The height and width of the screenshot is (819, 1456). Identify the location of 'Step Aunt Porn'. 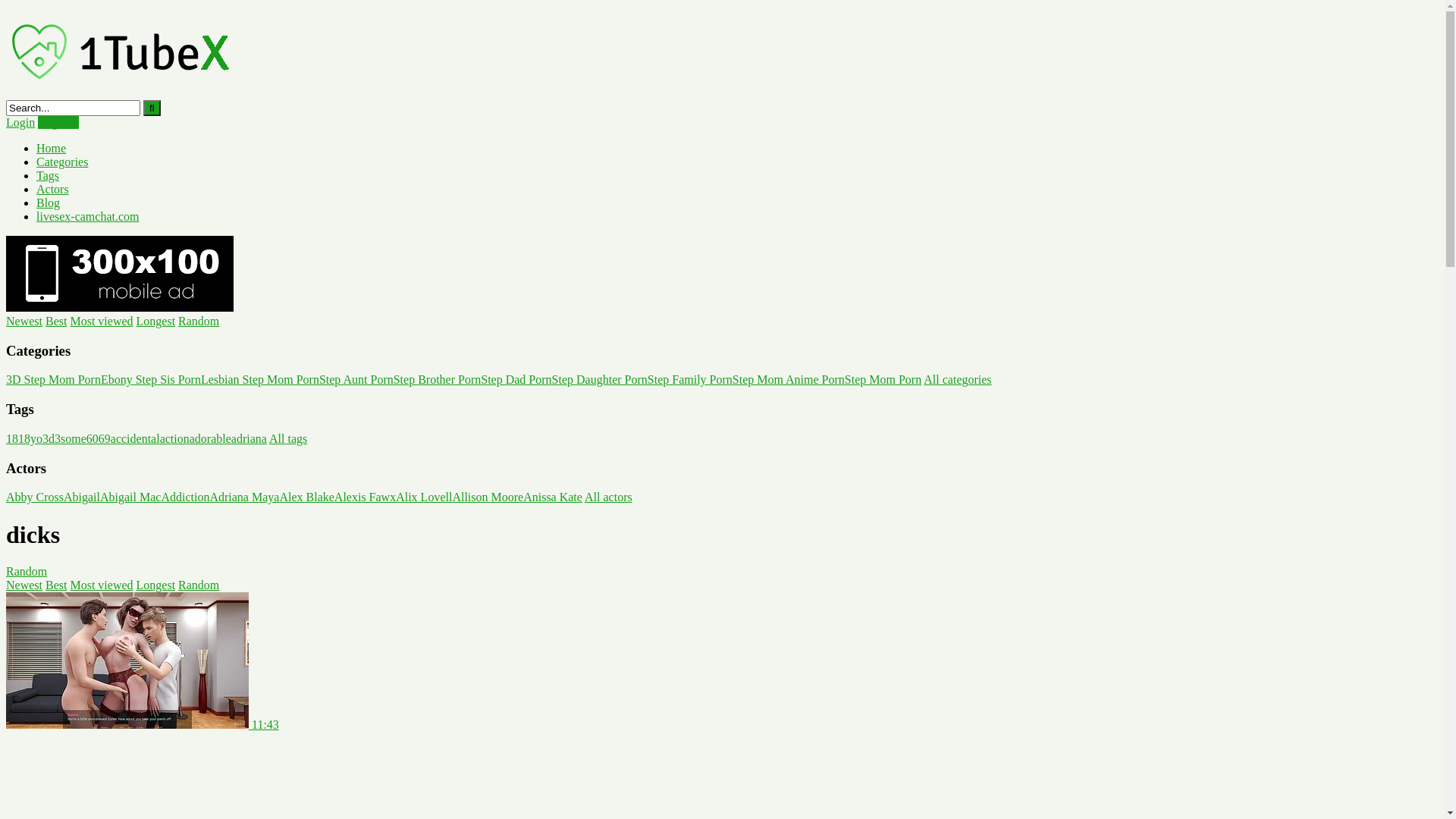
(356, 378).